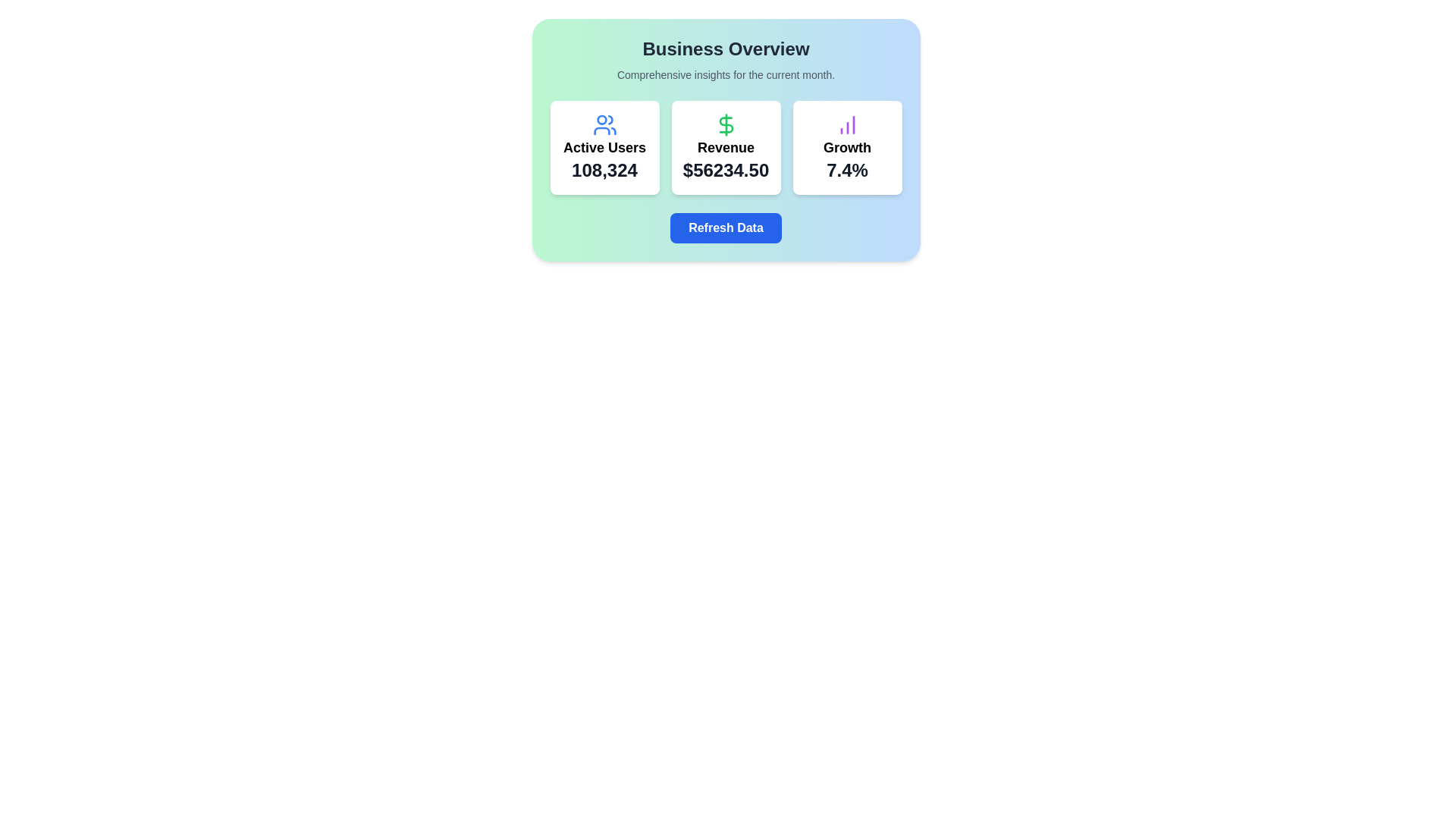  I want to click on displayed value of the Text element showing '108,324' below the label 'Active Users' in the card with a white background, so click(604, 170).